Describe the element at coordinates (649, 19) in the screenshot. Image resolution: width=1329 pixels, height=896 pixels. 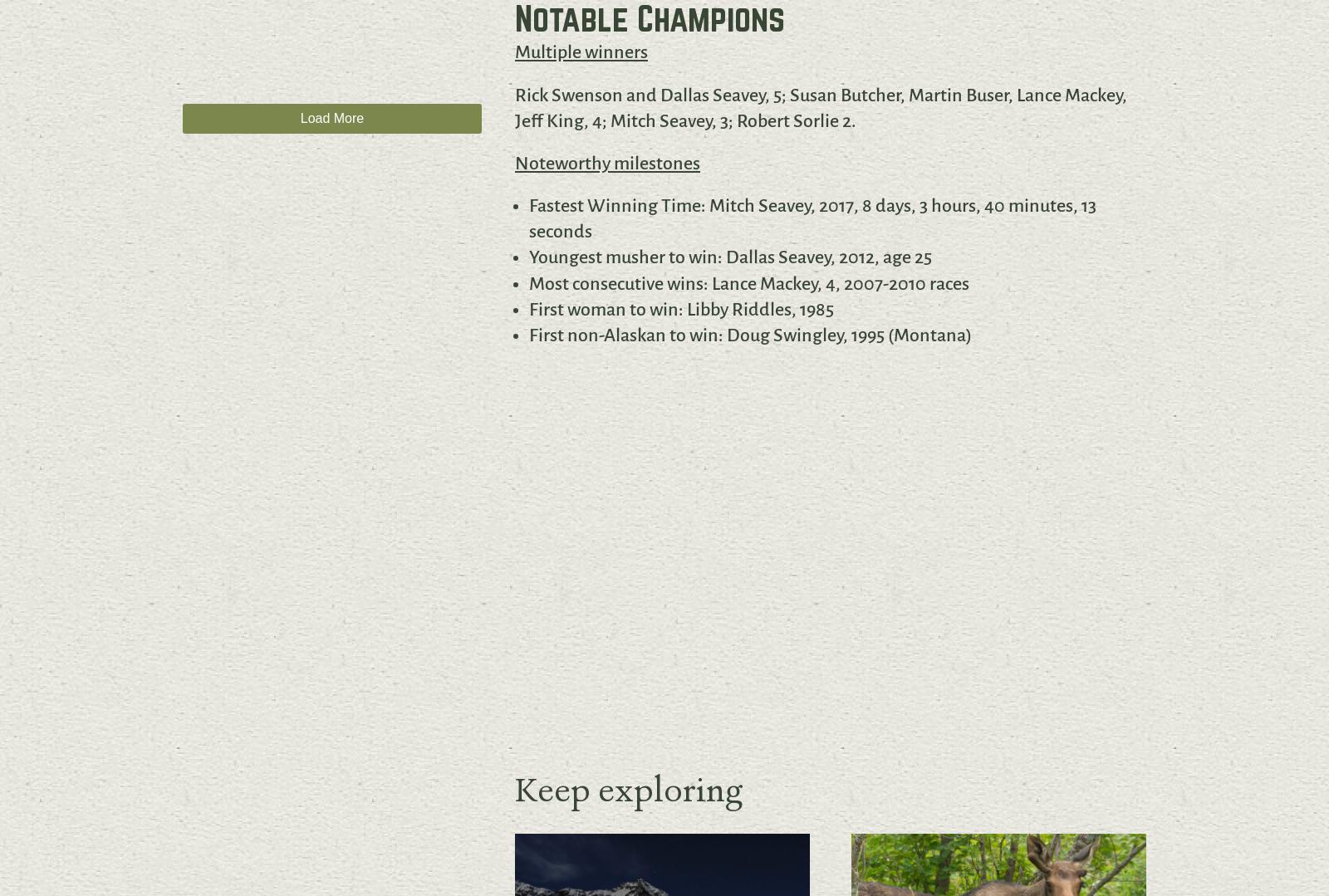
I see `'Notable Champions'` at that location.